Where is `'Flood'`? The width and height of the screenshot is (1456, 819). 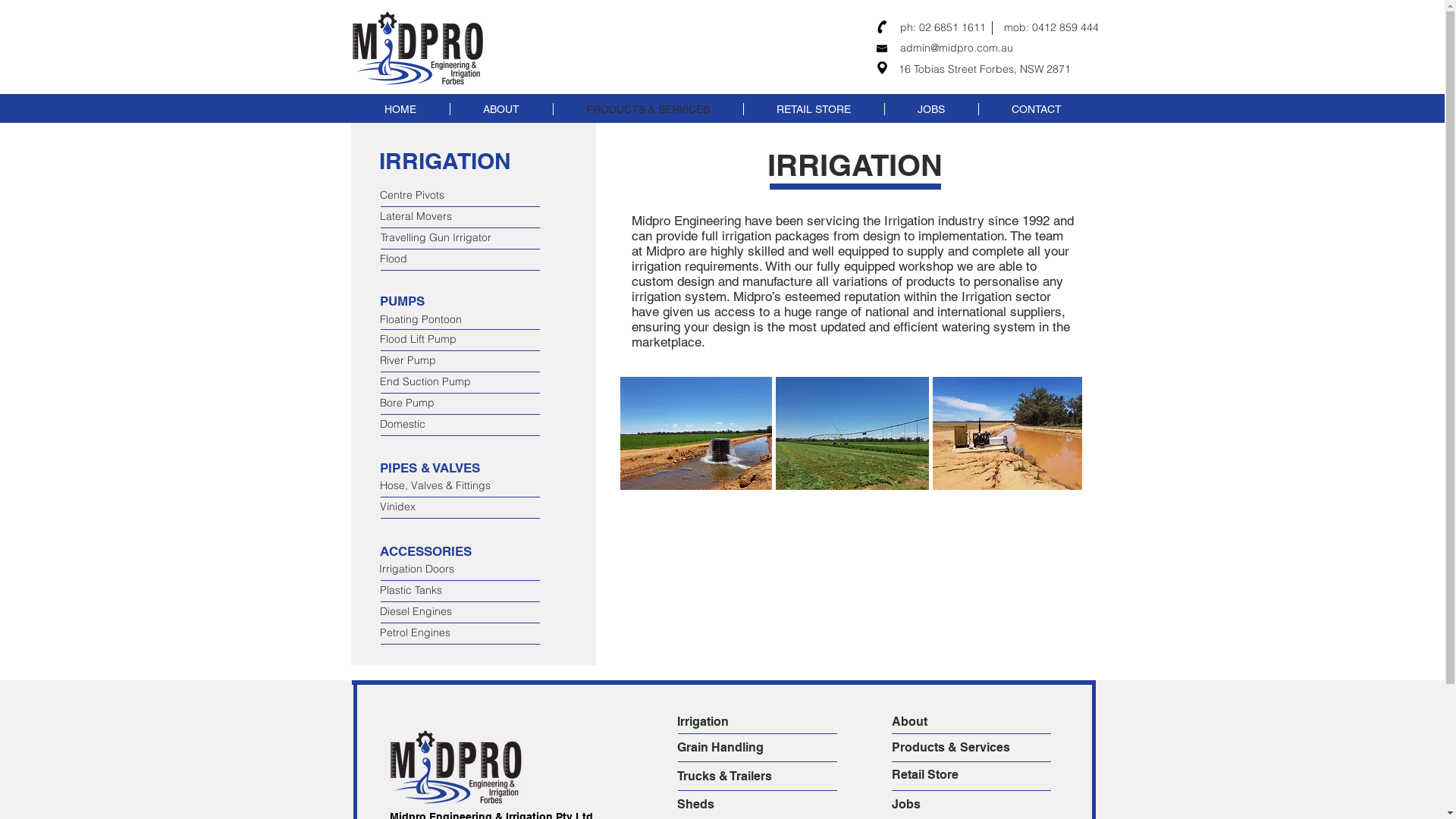 'Flood' is located at coordinates (378, 259).